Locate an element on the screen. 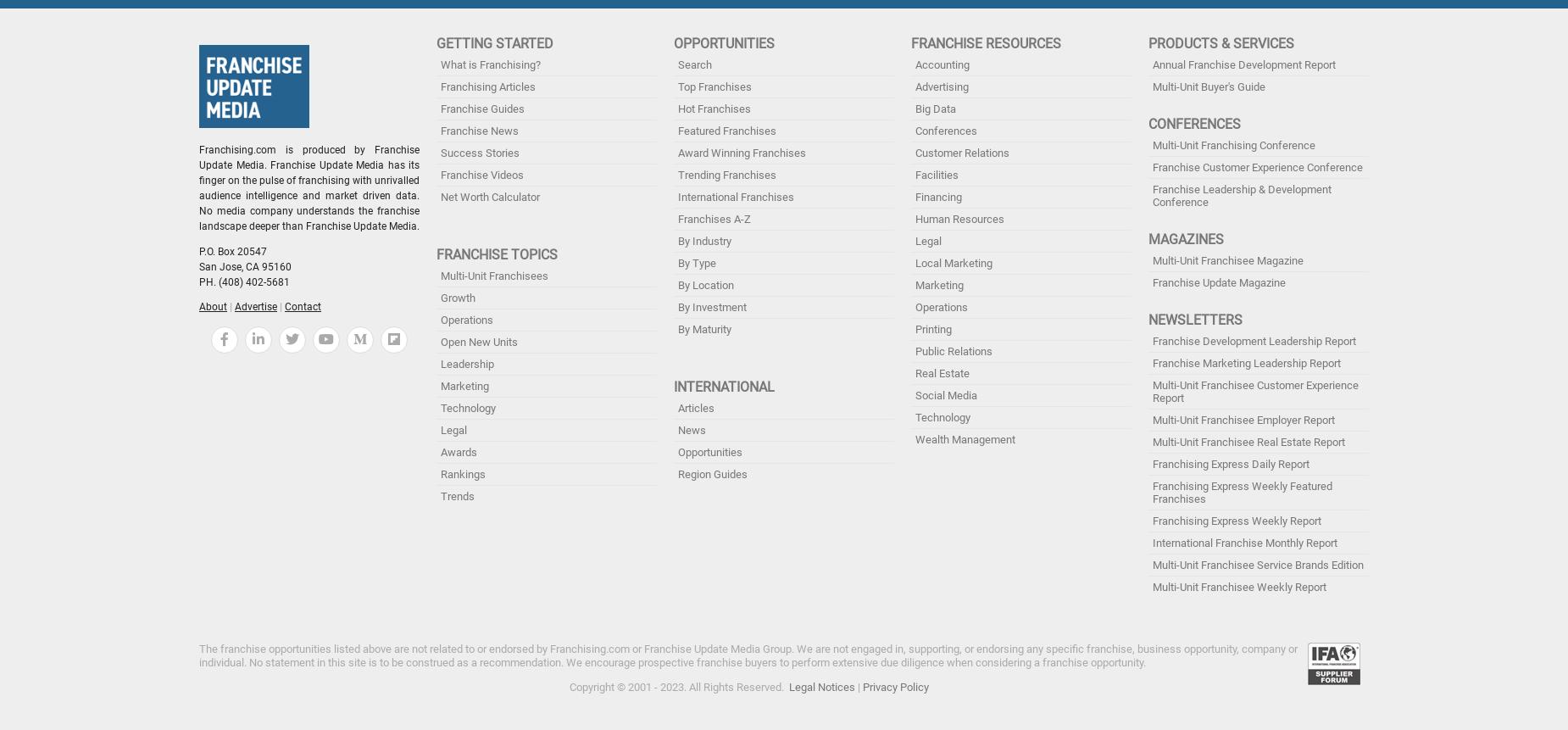 The width and height of the screenshot is (1568, 730). 'Local Marketing' is located at coordinates (953, 262).